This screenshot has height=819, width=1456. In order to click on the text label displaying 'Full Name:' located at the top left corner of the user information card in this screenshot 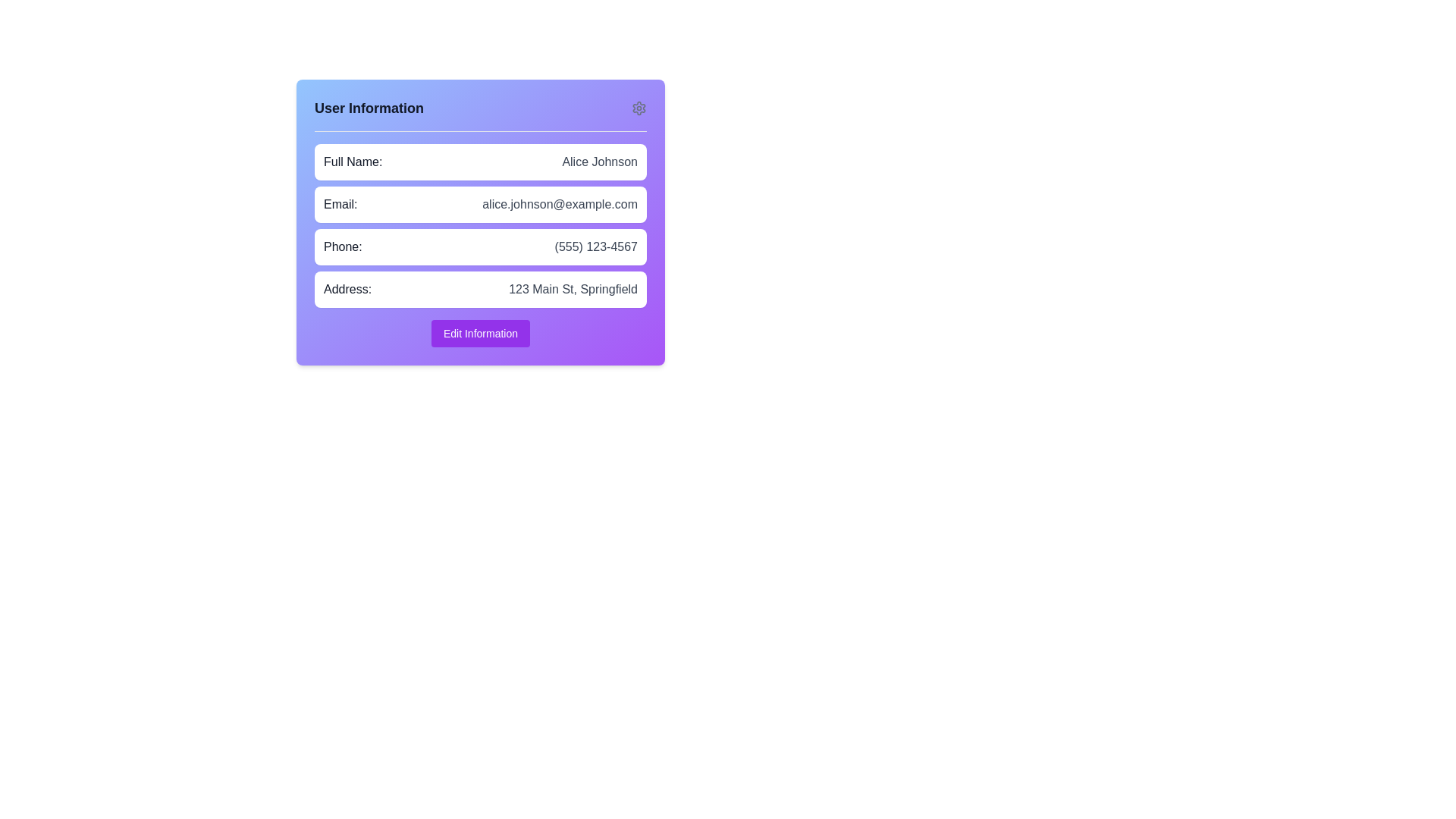, I will do `click(352, 162)`.